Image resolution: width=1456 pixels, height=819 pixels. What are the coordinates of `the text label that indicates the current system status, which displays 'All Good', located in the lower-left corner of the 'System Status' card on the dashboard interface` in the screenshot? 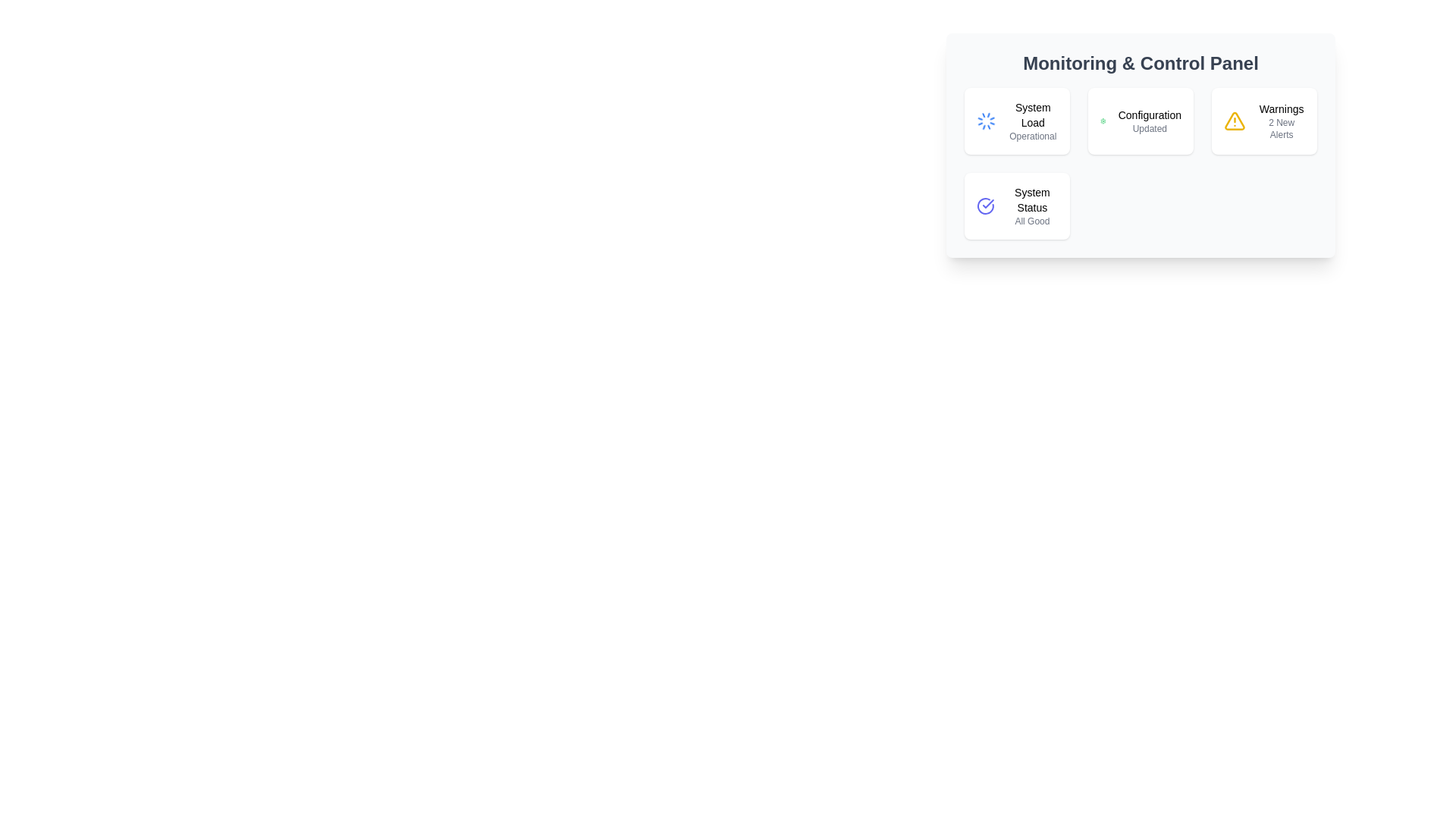 It's located at (1031, 221).